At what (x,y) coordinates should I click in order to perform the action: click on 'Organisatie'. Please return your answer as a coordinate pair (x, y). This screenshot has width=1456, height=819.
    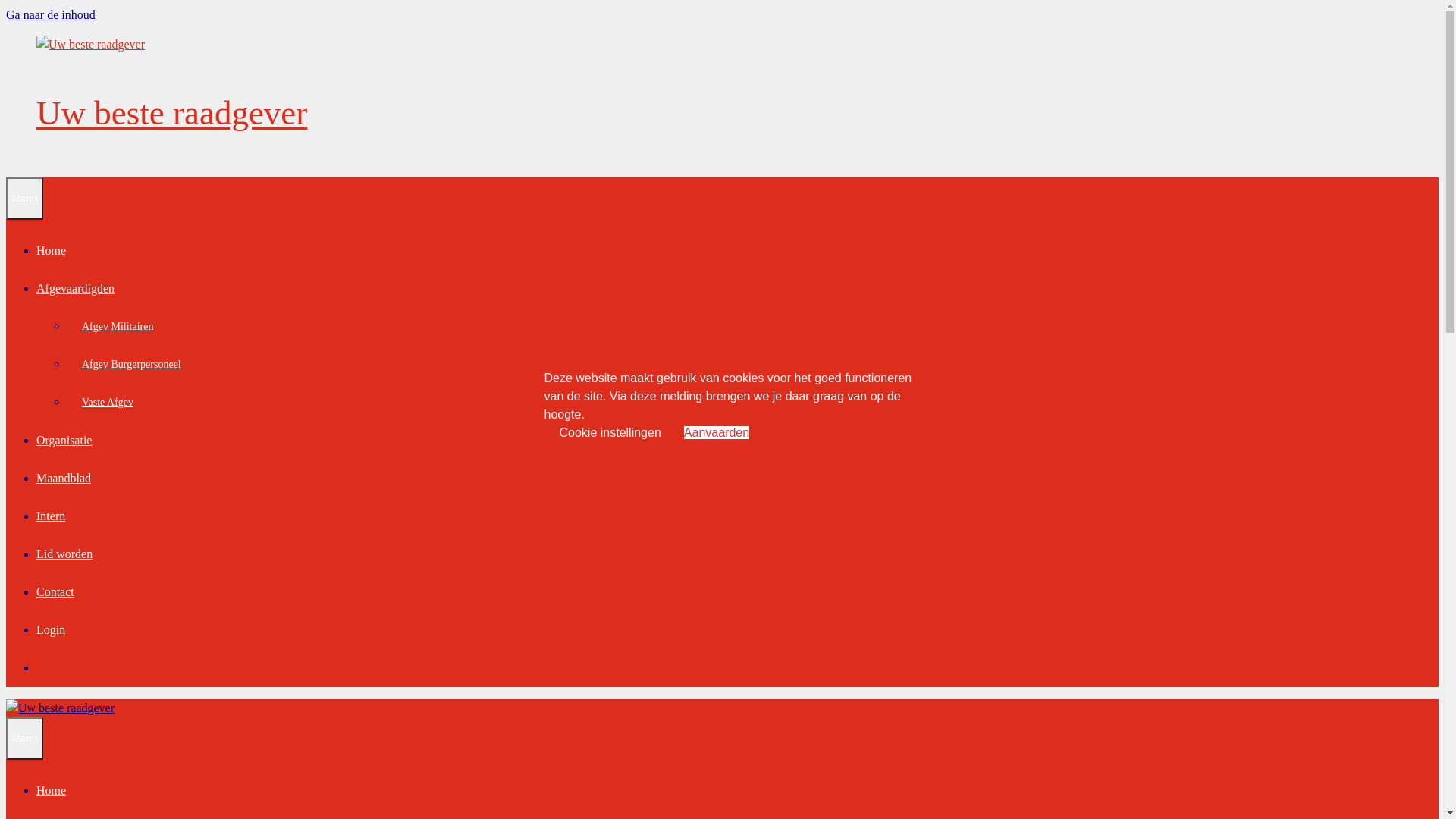
    Looking at the image, I should click on (36, 440).